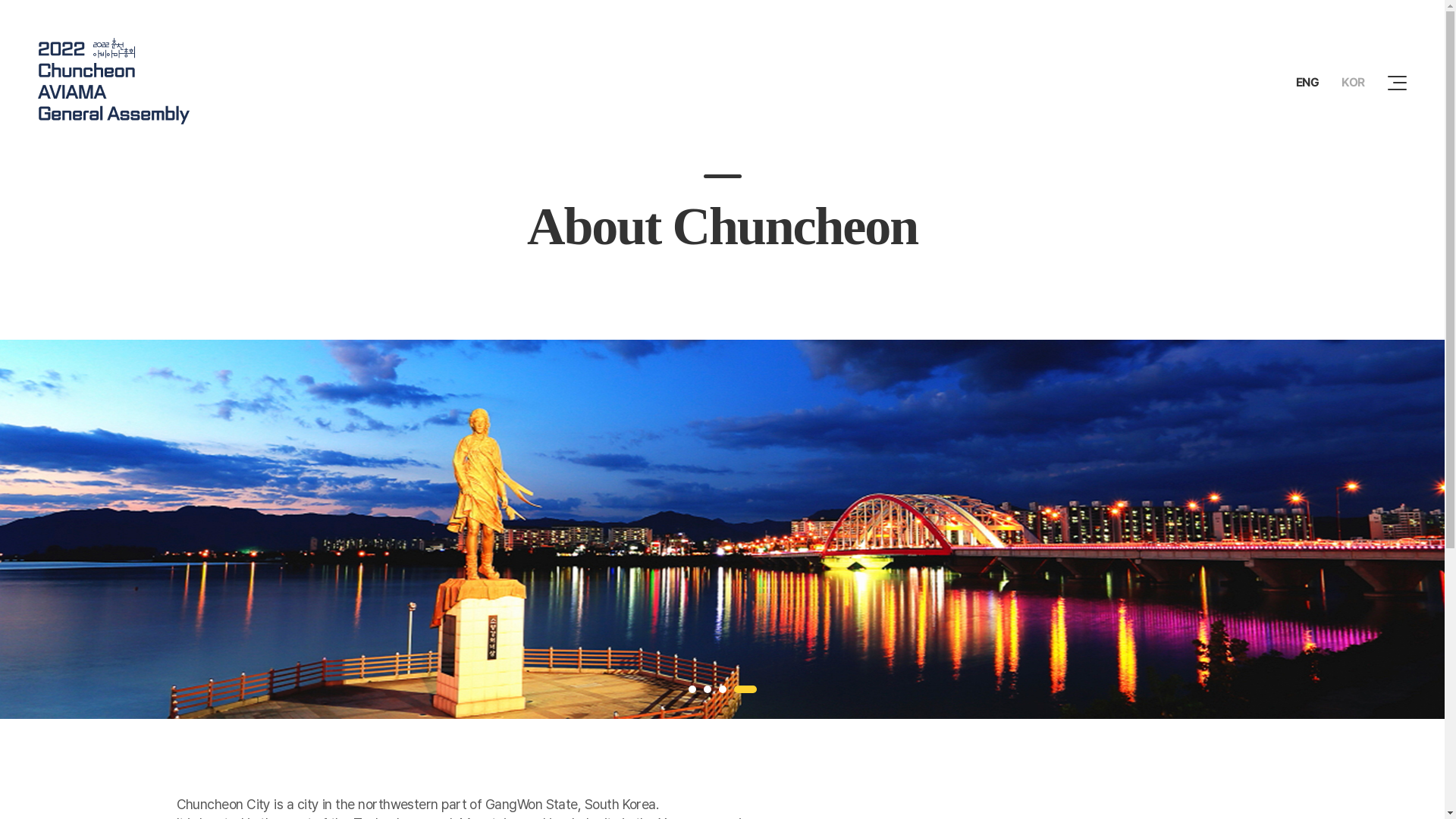  Describe the element at coordinates (1307, 82) in the screenshot. I see `'ENG'` at that location.